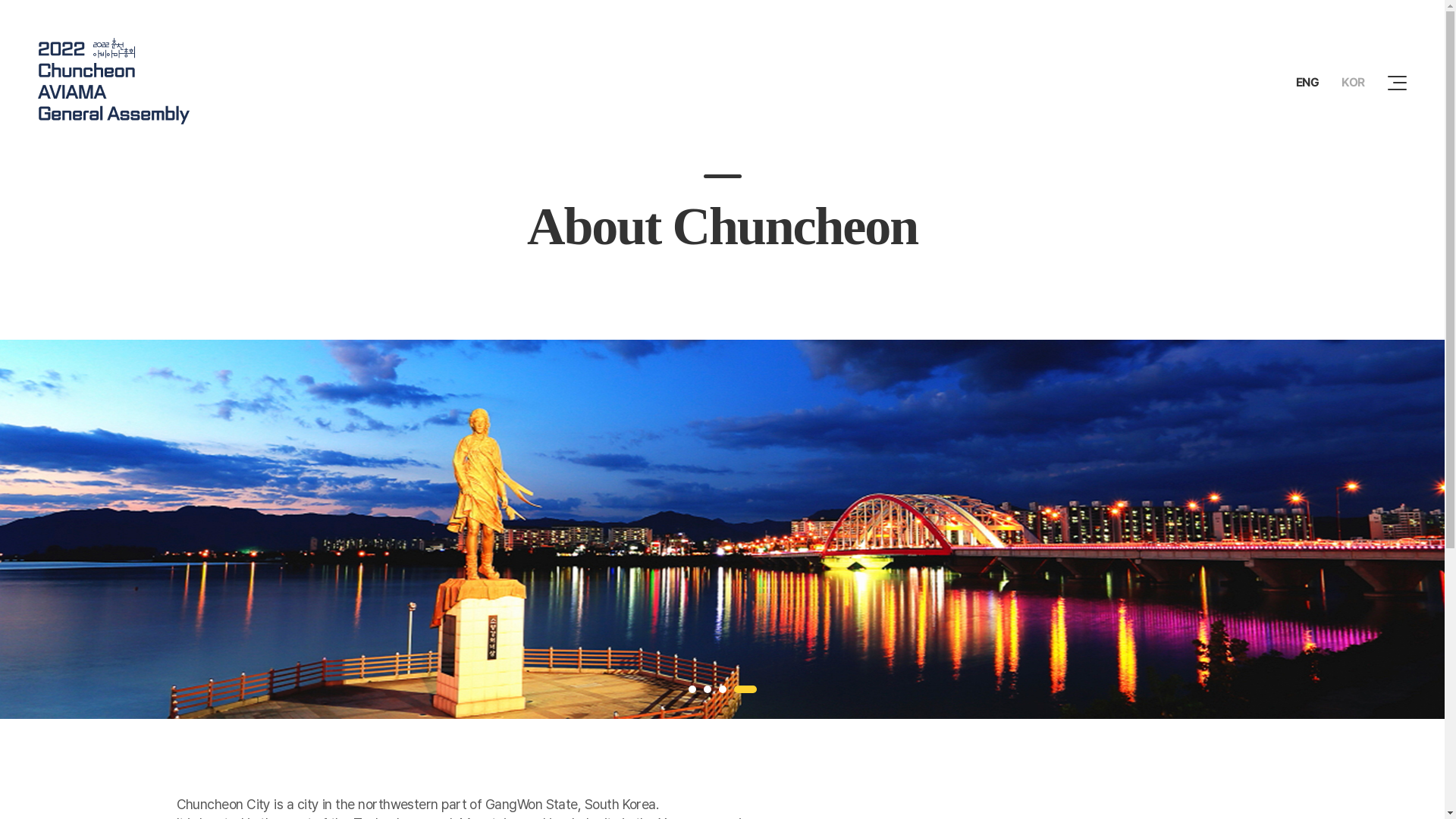  Describe the element at coordinates (1307, 82) in the screenshot. I see `'ENG'` at that location.